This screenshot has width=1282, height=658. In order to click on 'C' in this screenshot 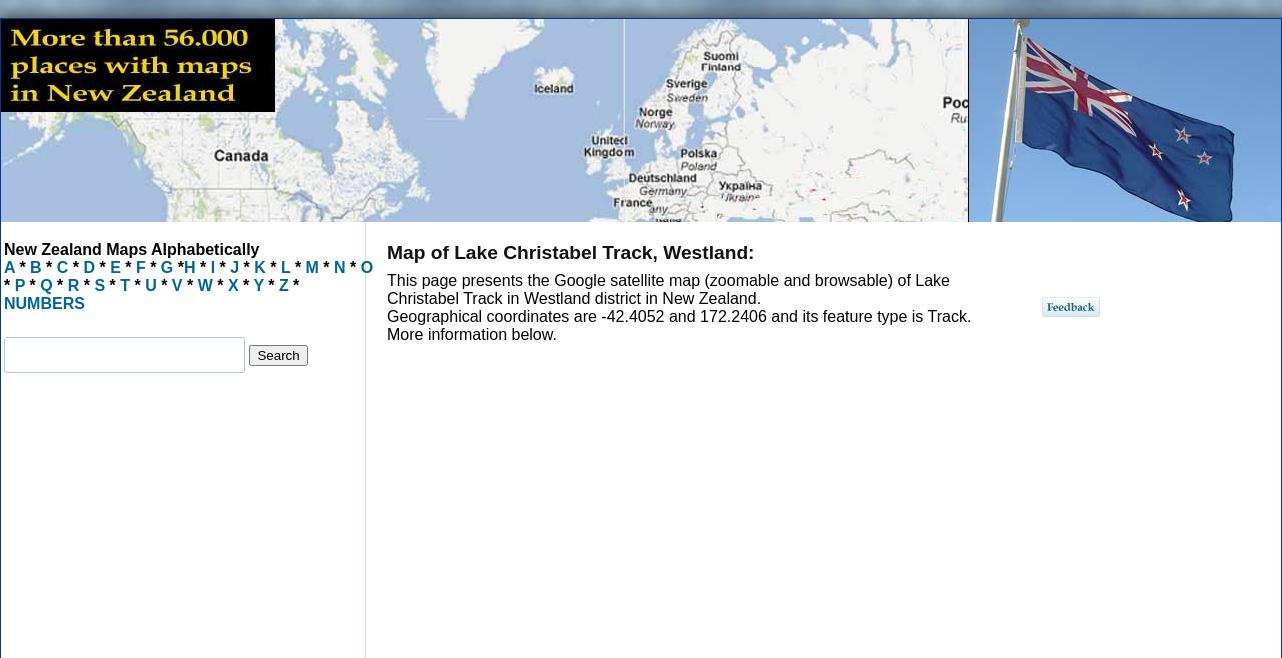, I will do `click(56, 266)`.